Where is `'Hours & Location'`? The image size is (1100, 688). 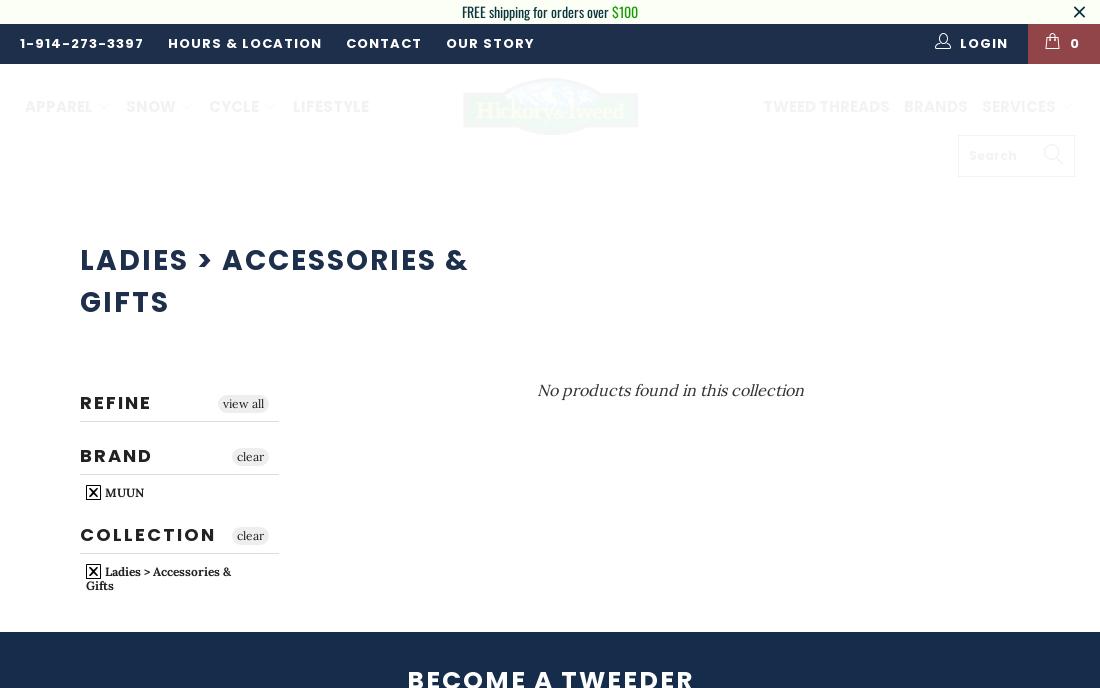 'Hours & Location' is located at coordinates (244, 41).